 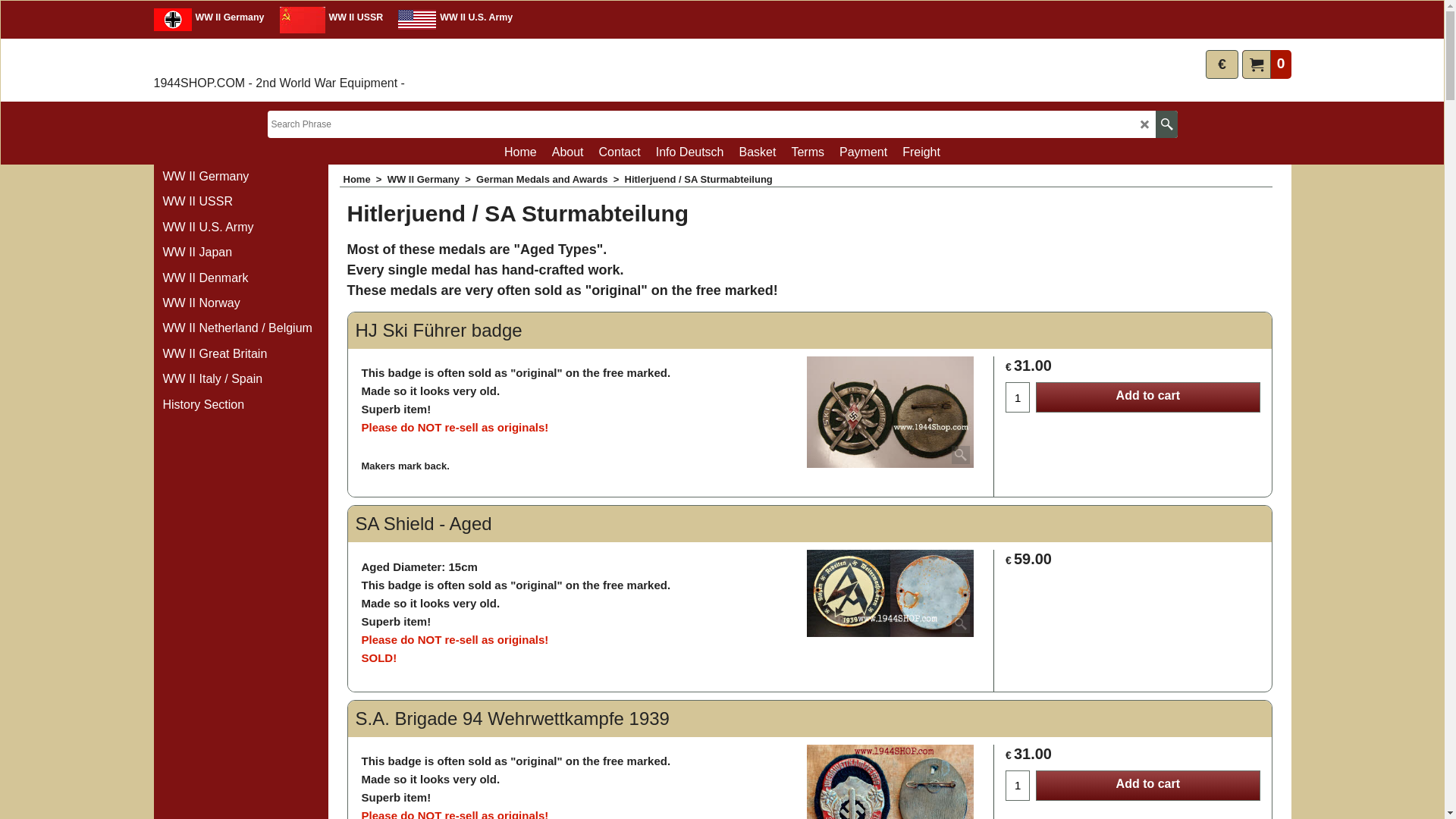 I want to click on 'WW II Germany  > ', so click(x=431, y=178).